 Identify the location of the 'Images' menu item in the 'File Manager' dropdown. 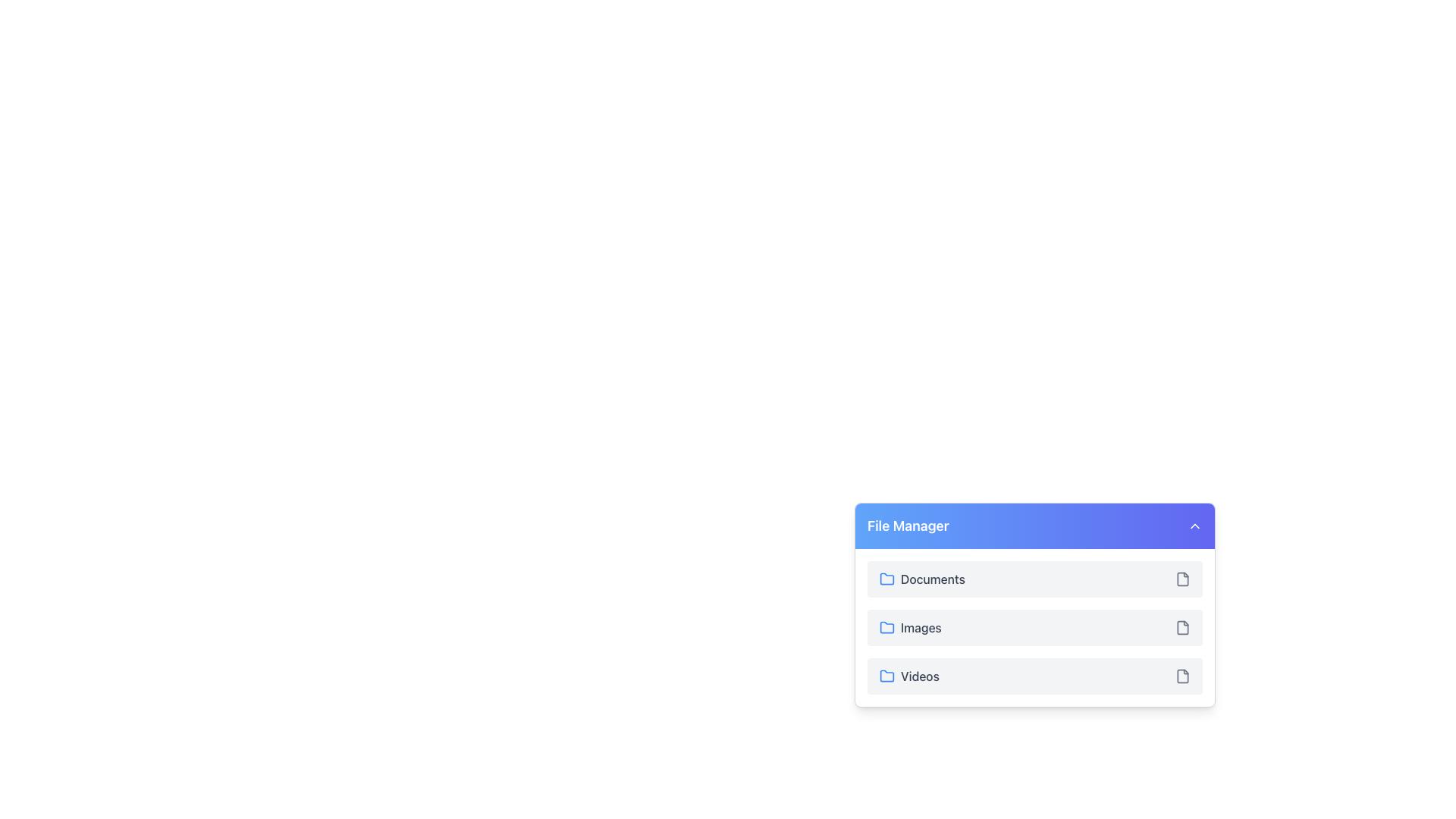
(1034, 628).